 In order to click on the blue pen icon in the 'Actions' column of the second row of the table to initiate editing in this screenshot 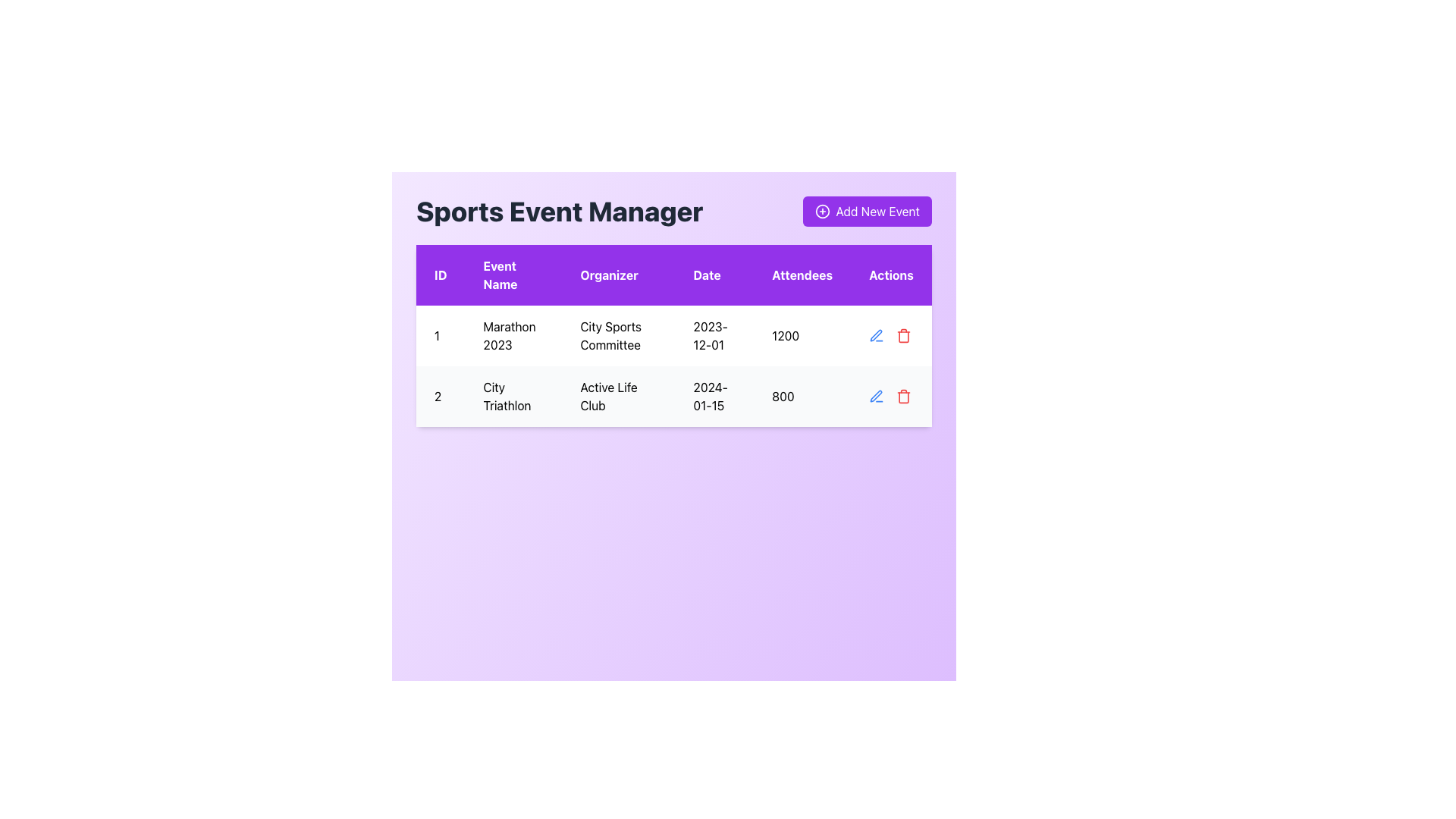, I will do `click(876, 334)`.